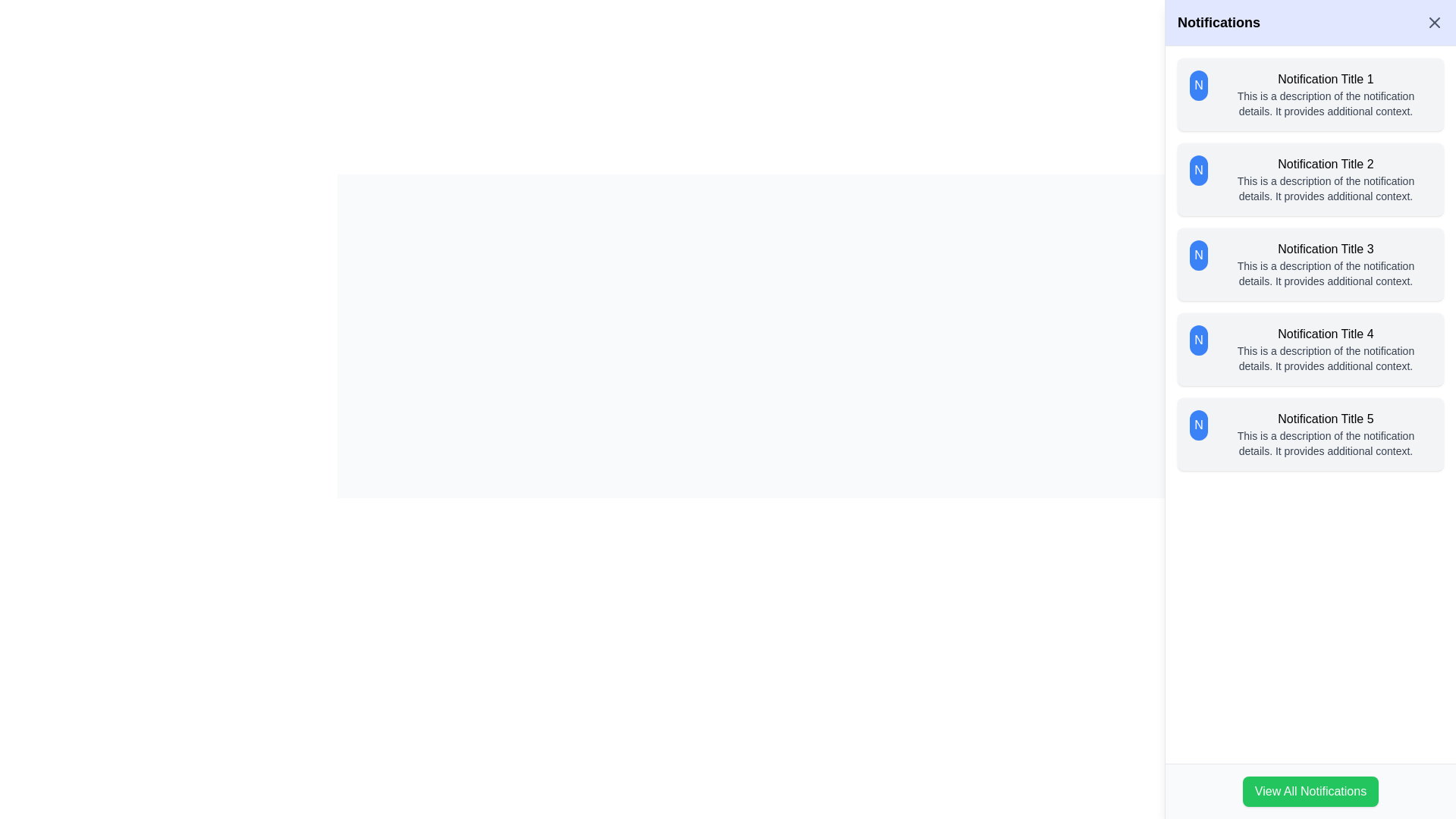 The height and width of the screenshot is (819, 1456). Describe the element at coordinates (1325, 359) in the screenshot. I see `descriptive text block located under 'Notification Title 4' in the notifications panel, which is the fourth notification in the list` at that location.